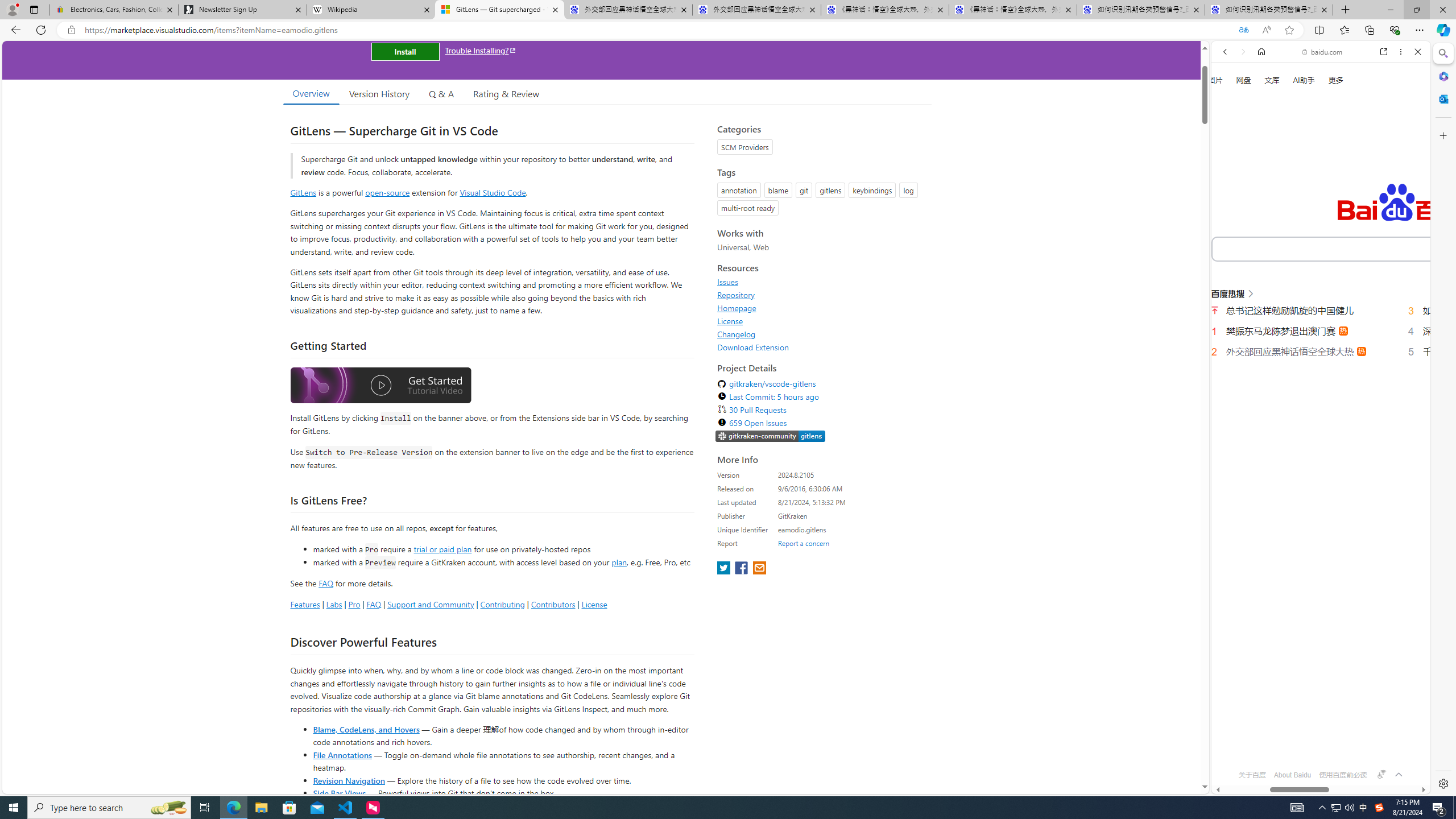 This screenshot has width=1456, height=819. I want to click on 'Issues', so click(728, 282).